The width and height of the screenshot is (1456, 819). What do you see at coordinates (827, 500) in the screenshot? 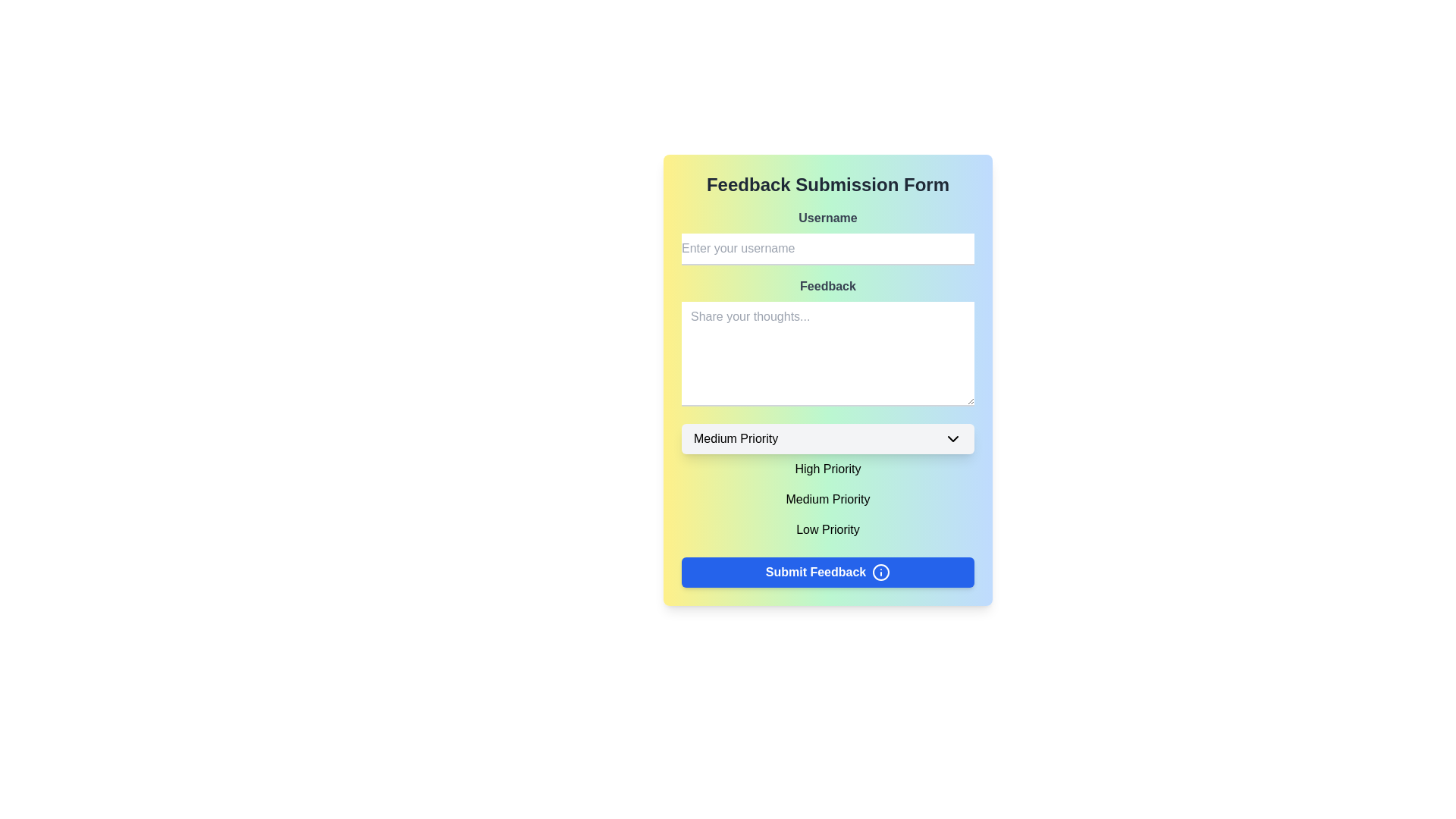
I see `the 'Medium Priority' text item in the priority selection list` at bounding box center [827, 500].